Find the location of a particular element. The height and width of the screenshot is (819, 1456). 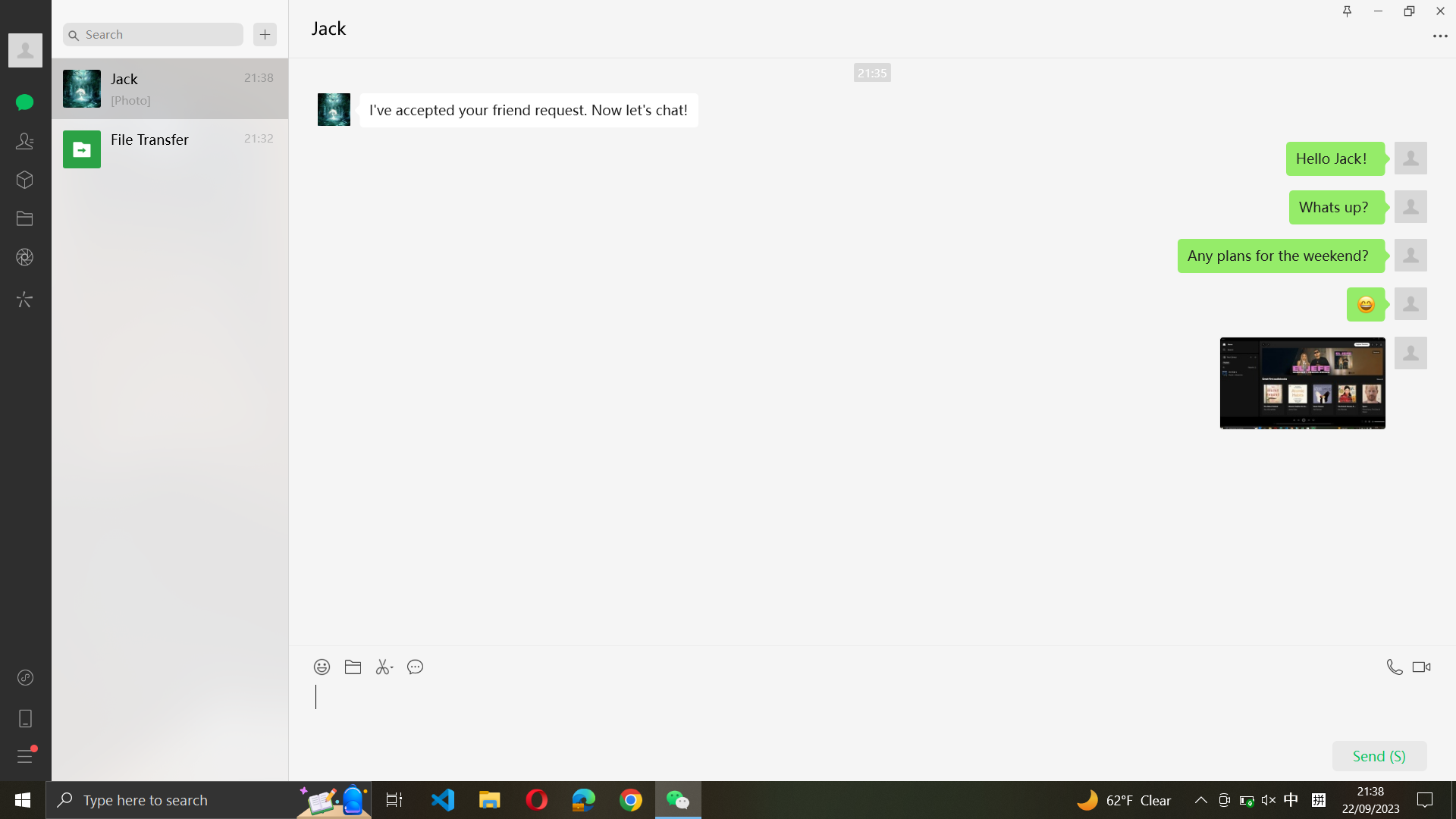

Voice Call Jack is located at coordinates (1392, 663).